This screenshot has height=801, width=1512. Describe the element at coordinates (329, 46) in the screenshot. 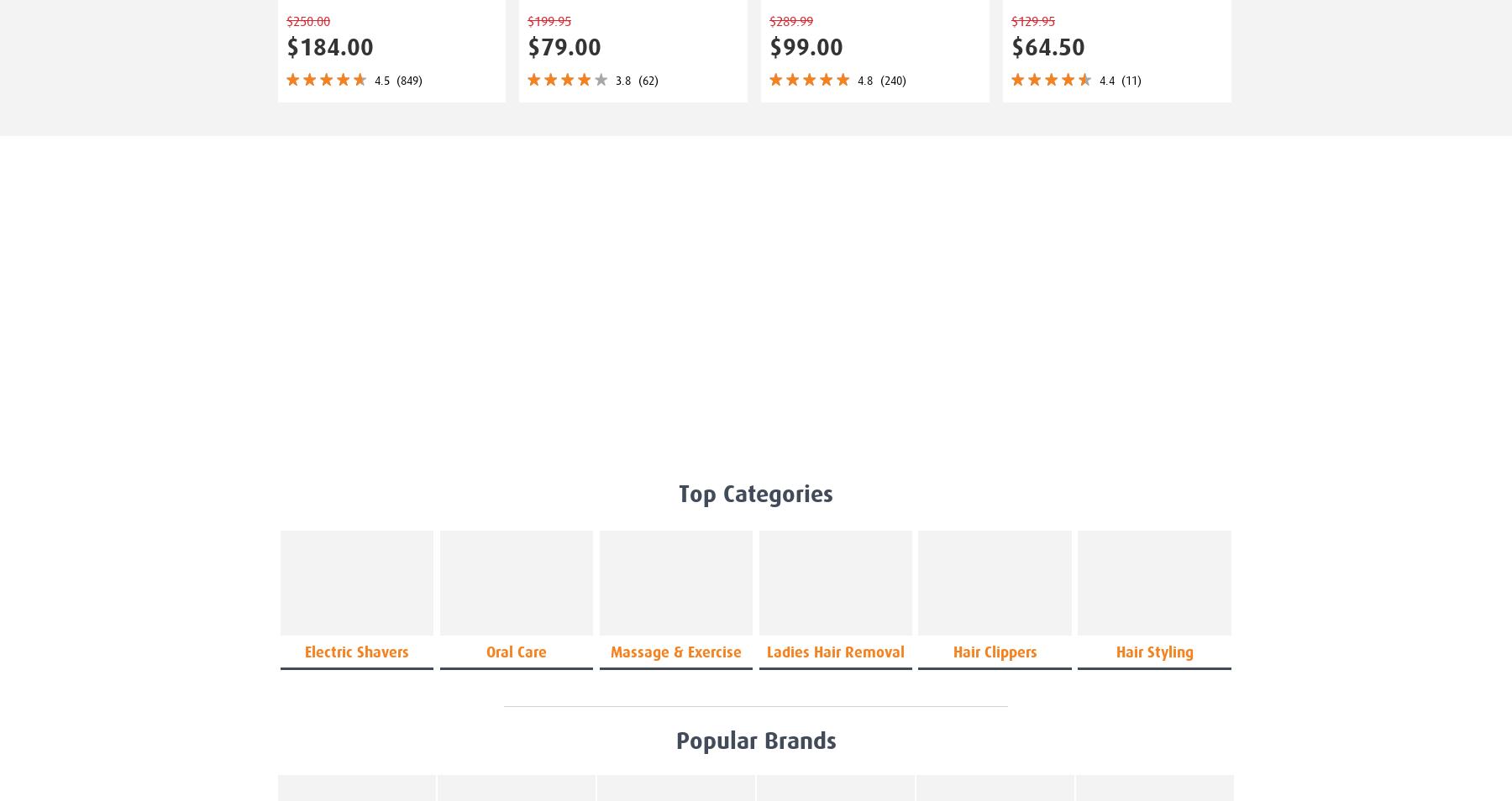

I see `'$184.00'` at that location.